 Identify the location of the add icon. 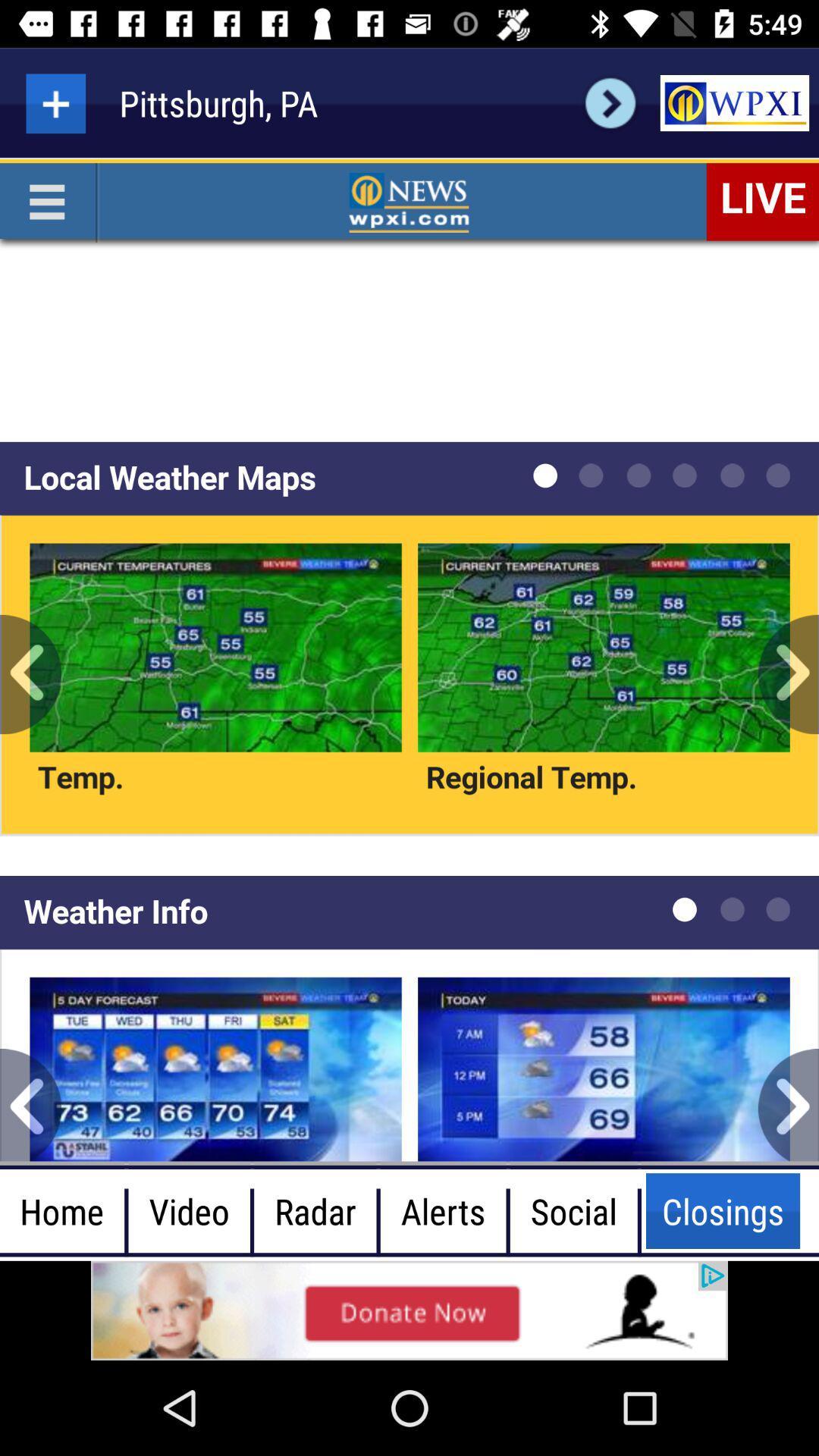
(55, 102).